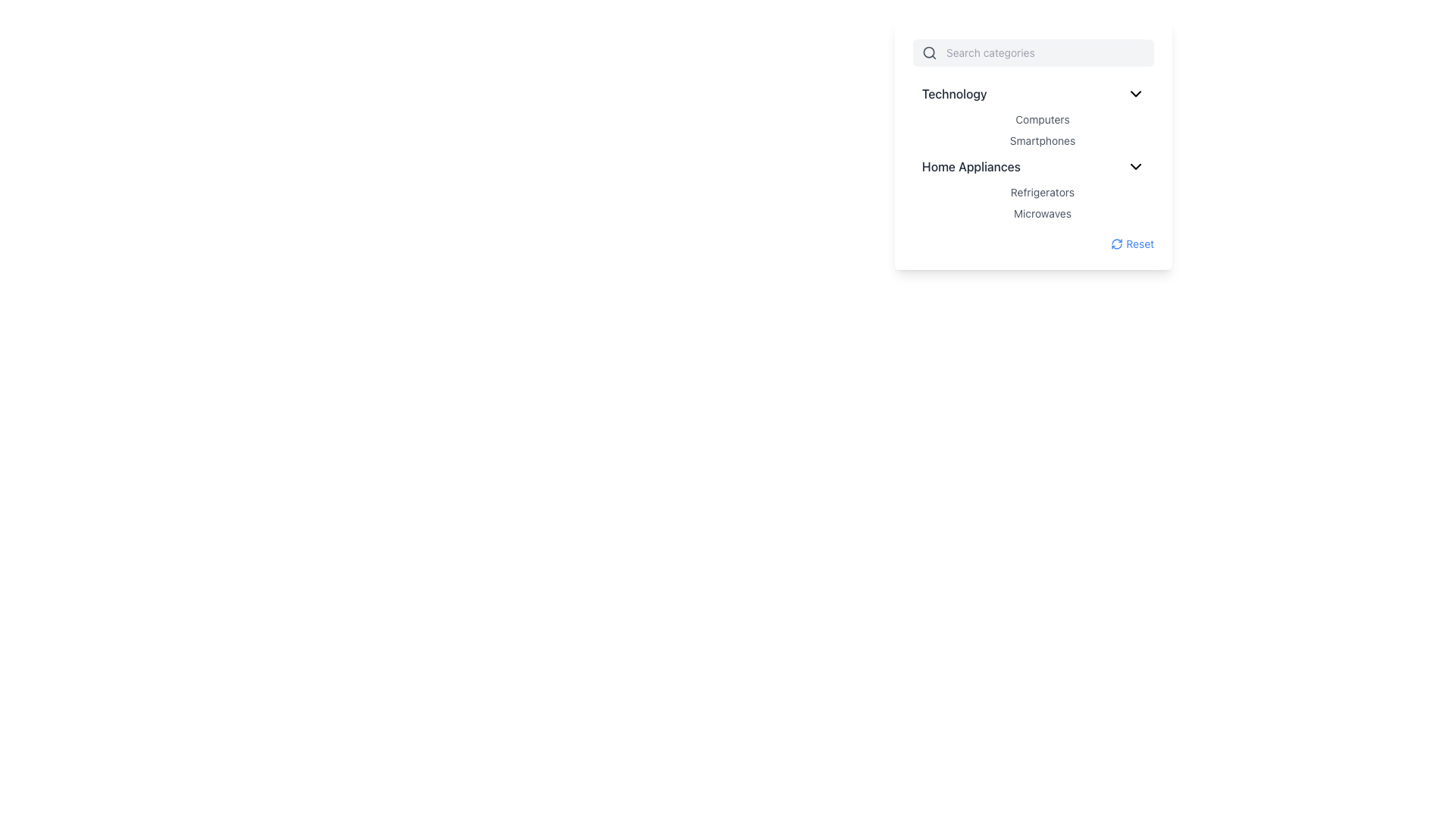  What do you see at coordinates (1041, 192) in the screenshot?
I see `the Static Text Label displaying 'Refrigerators' with a small font size and gray color located above the 'Microwaves' option in the 'Home Appliances' section of the dropdown menu` at bounding box center [1041, 192].